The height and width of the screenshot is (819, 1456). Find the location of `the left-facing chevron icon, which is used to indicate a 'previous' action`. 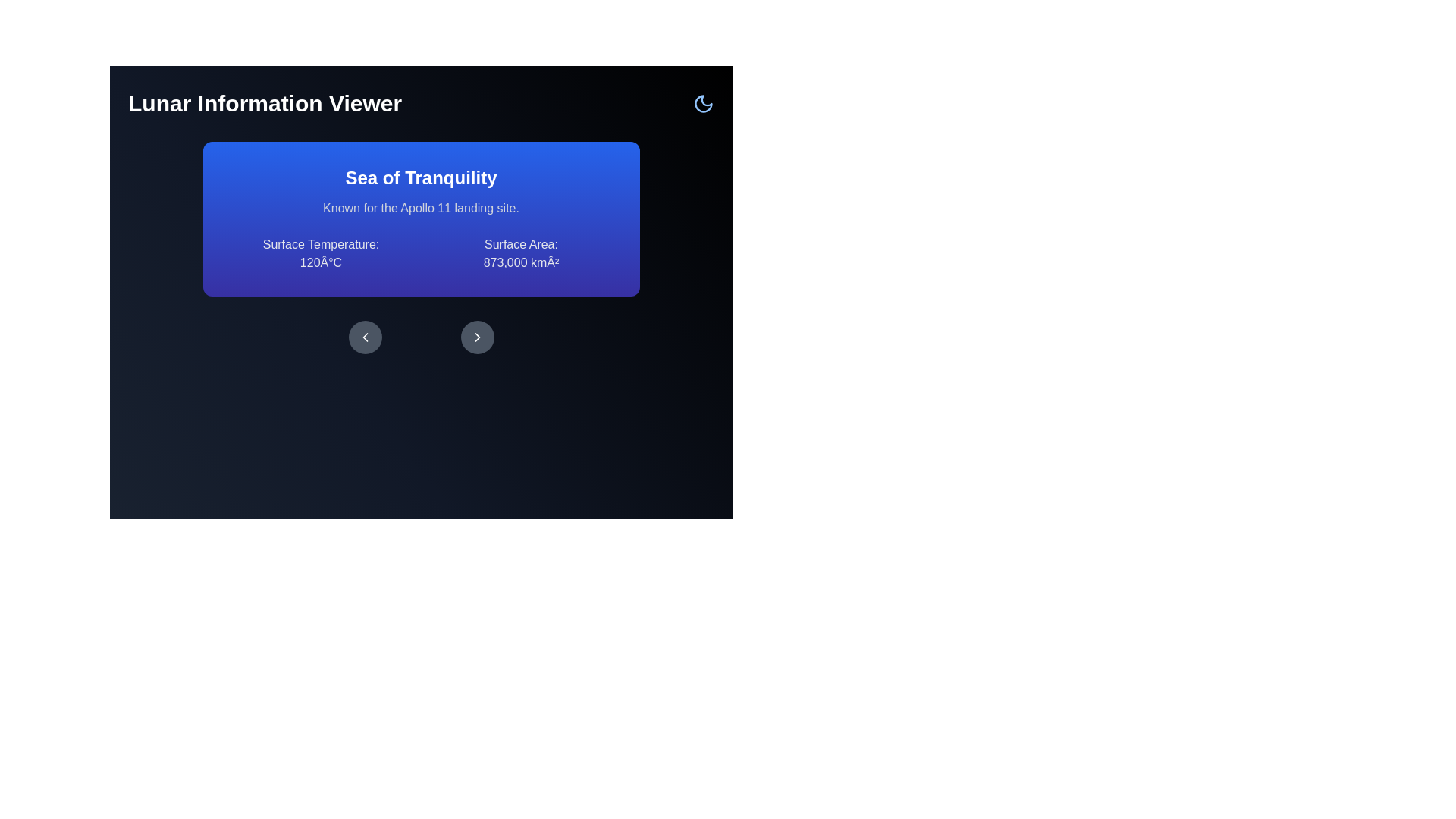

the left-facing chevron icon, which is used to indicate a 'previous' action is located at coordinates (365, 336).